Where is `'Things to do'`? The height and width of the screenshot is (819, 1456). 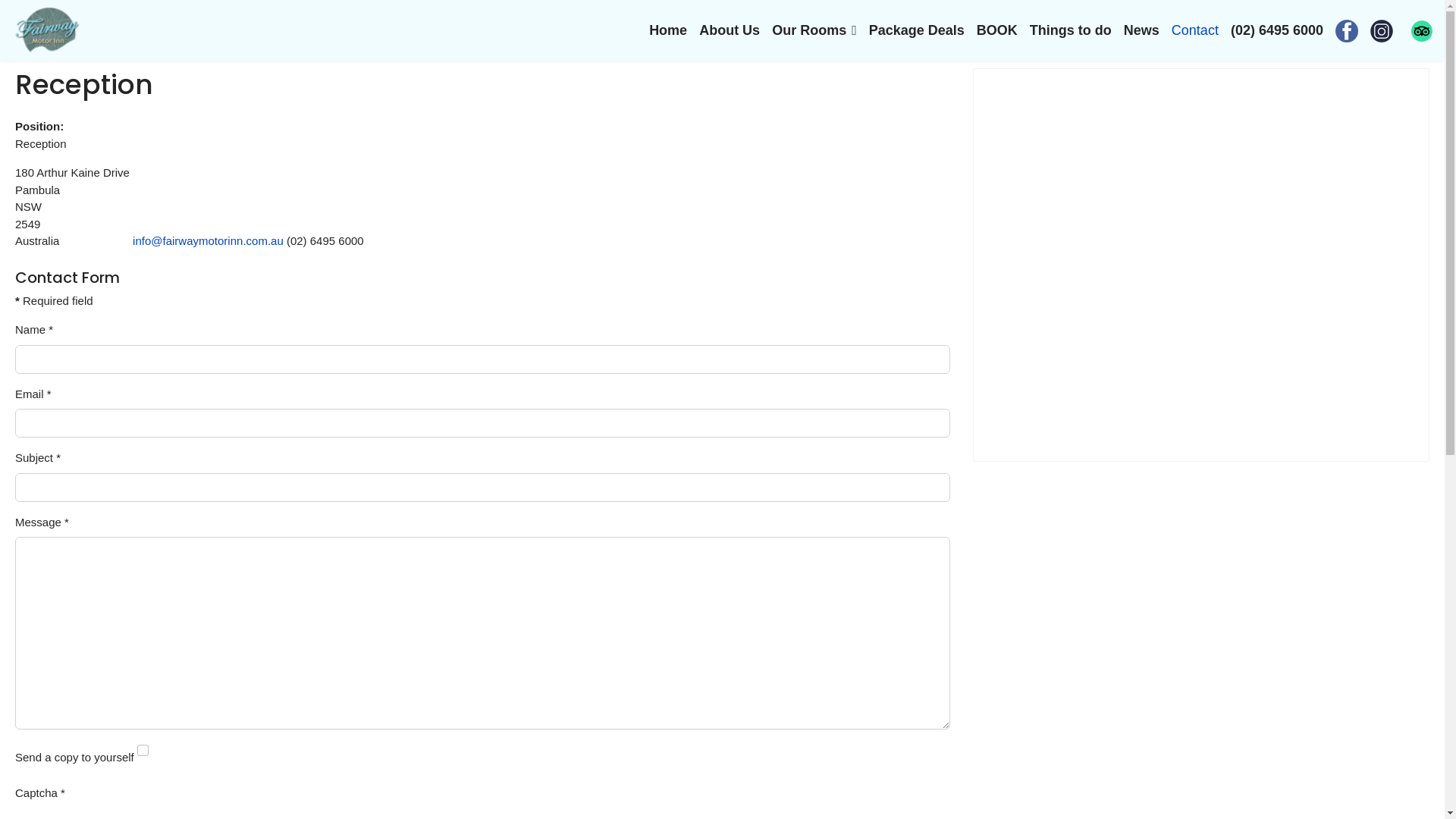
'Things to do' is located at coordinates (1023, 30).